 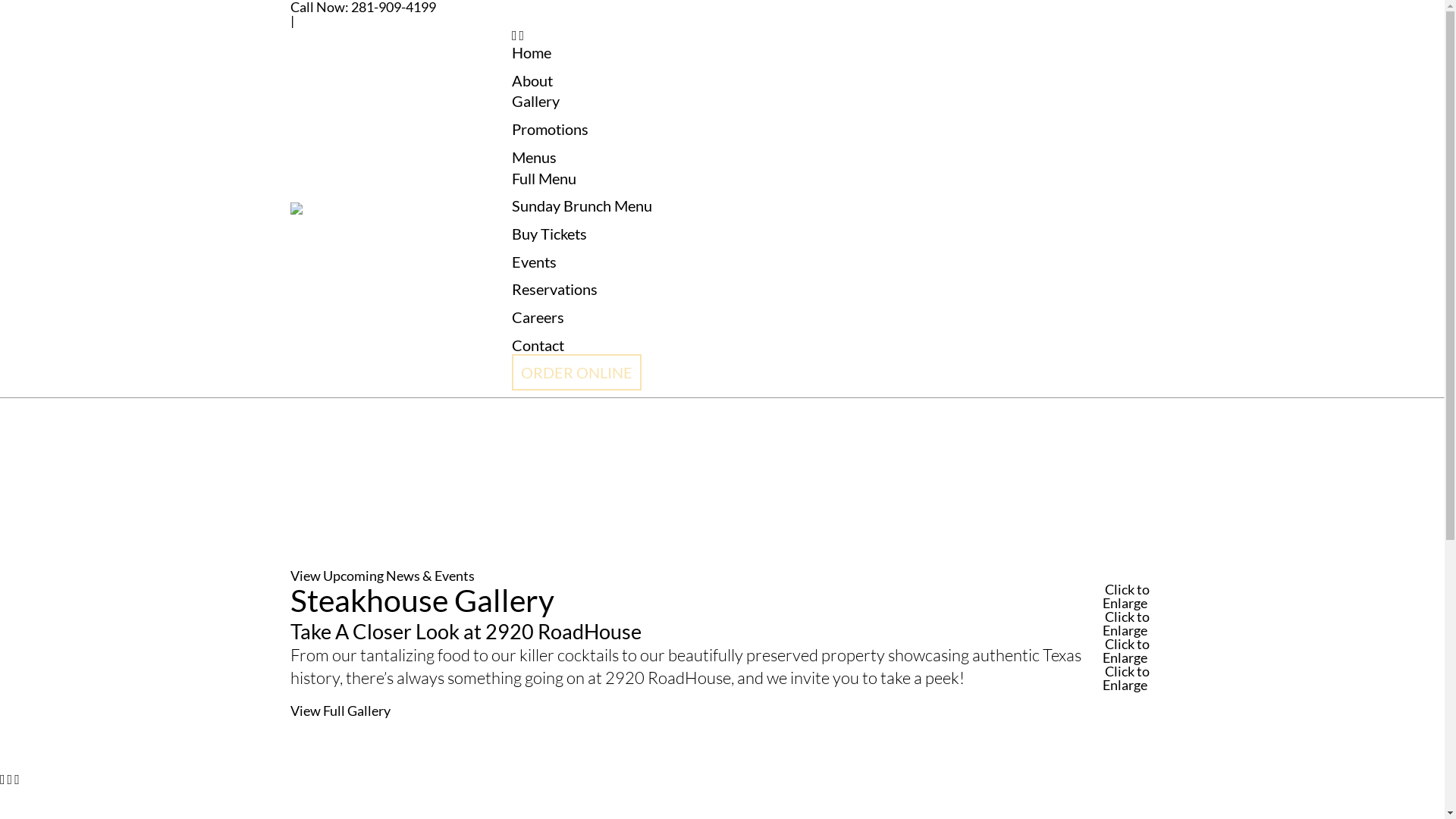 What do you see at coordinates (534, 157) in the screenshot?
I see `'Menus'` at bounding box center [534, 157].